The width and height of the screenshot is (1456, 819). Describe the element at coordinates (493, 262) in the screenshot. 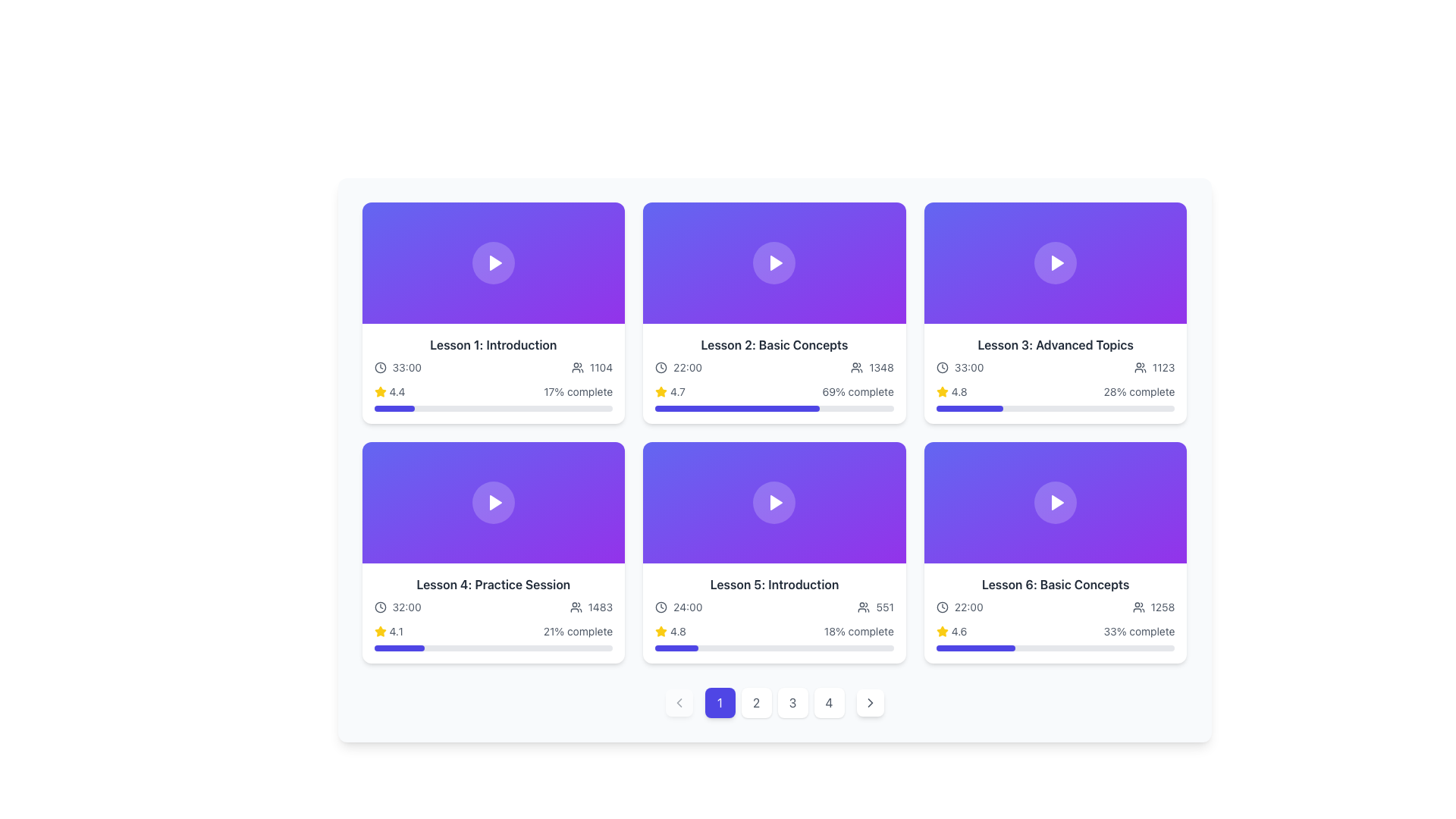

I see `the circular button with a white play icon in the center, located at the center of the first card in the top row of the grid layout` at that location.